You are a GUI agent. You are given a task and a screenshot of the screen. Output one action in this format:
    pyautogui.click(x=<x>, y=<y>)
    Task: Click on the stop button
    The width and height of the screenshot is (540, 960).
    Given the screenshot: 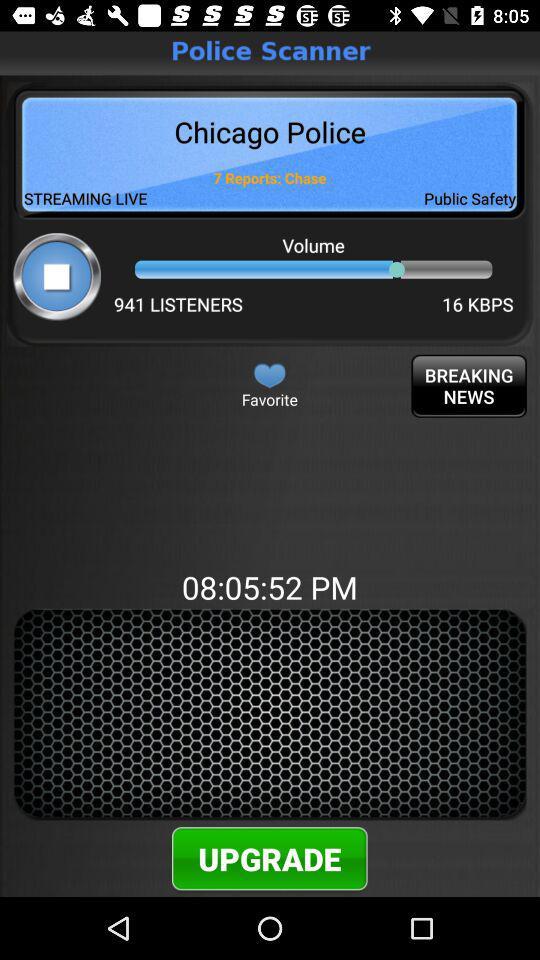 What is the action you would take?
    pyautogui.click(x=57, y=275)
    